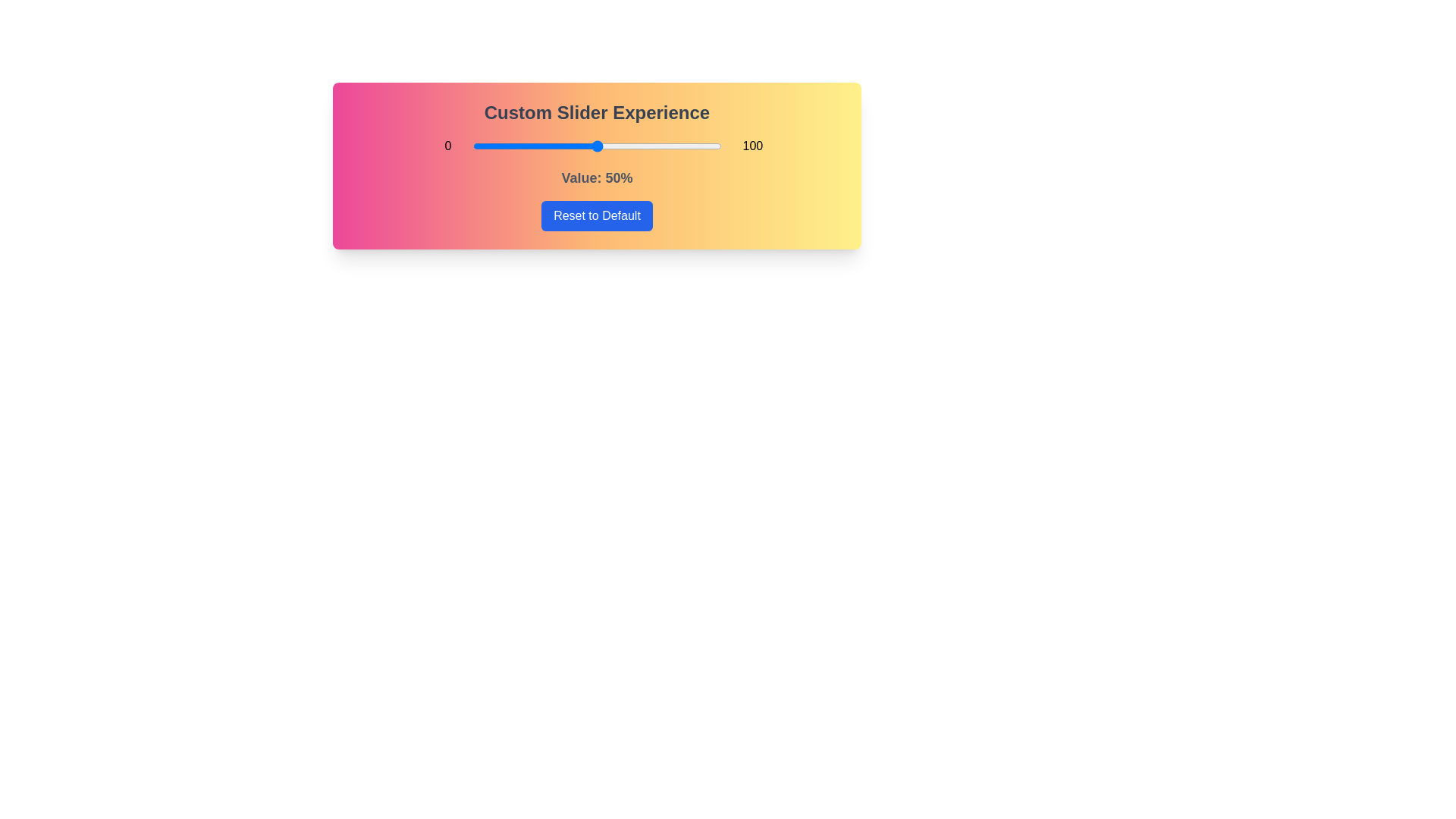 Image resolution: width=1456 pixels, height=819 pixels. What do you see at coordinates (705, 146) in the screenshot?
I see `the slider to 94% to explore the gradient background` at bounding box center [705, 146].